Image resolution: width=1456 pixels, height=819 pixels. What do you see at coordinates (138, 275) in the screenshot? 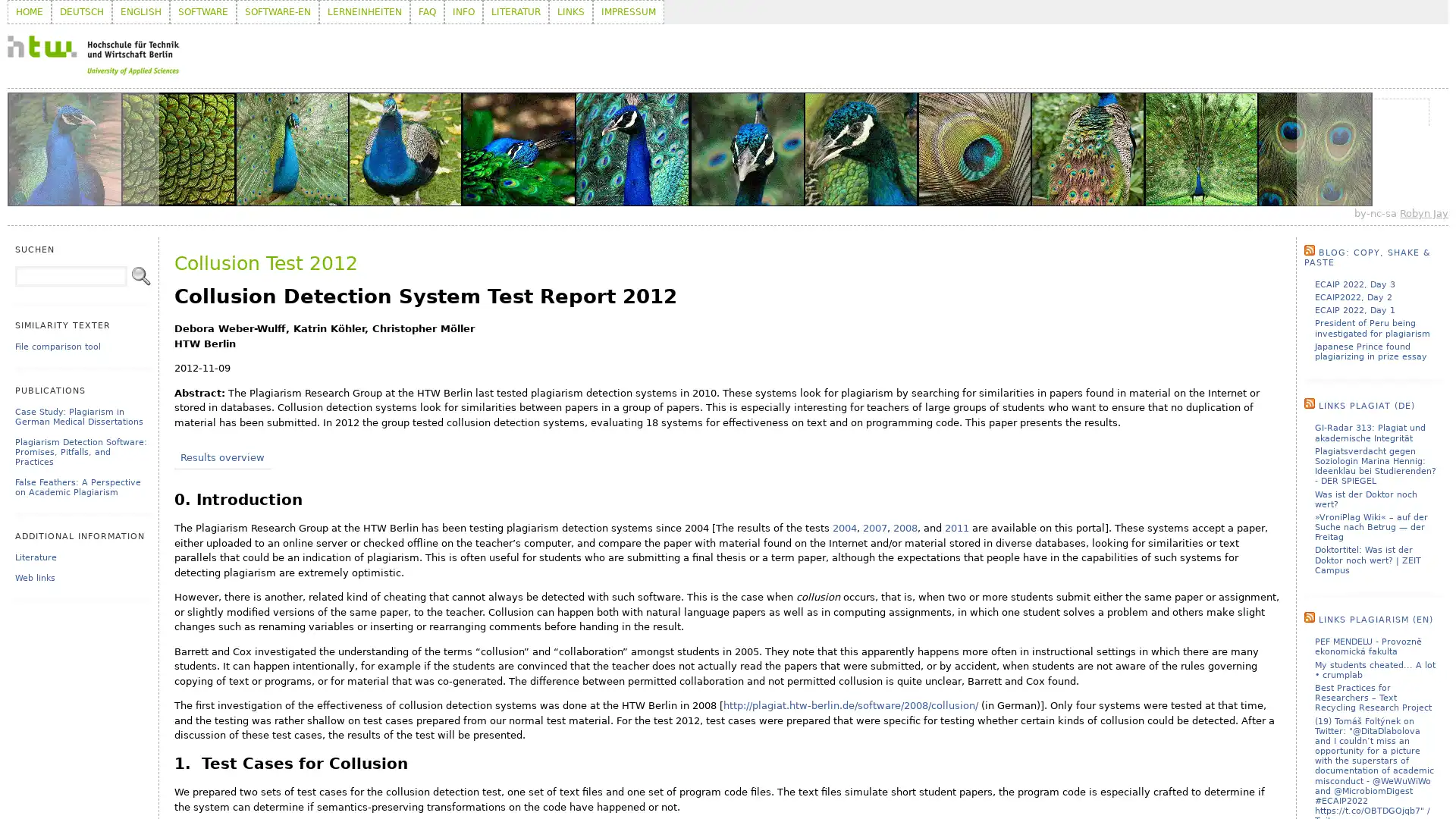
I see `Search` at bounding box center [138, 275].